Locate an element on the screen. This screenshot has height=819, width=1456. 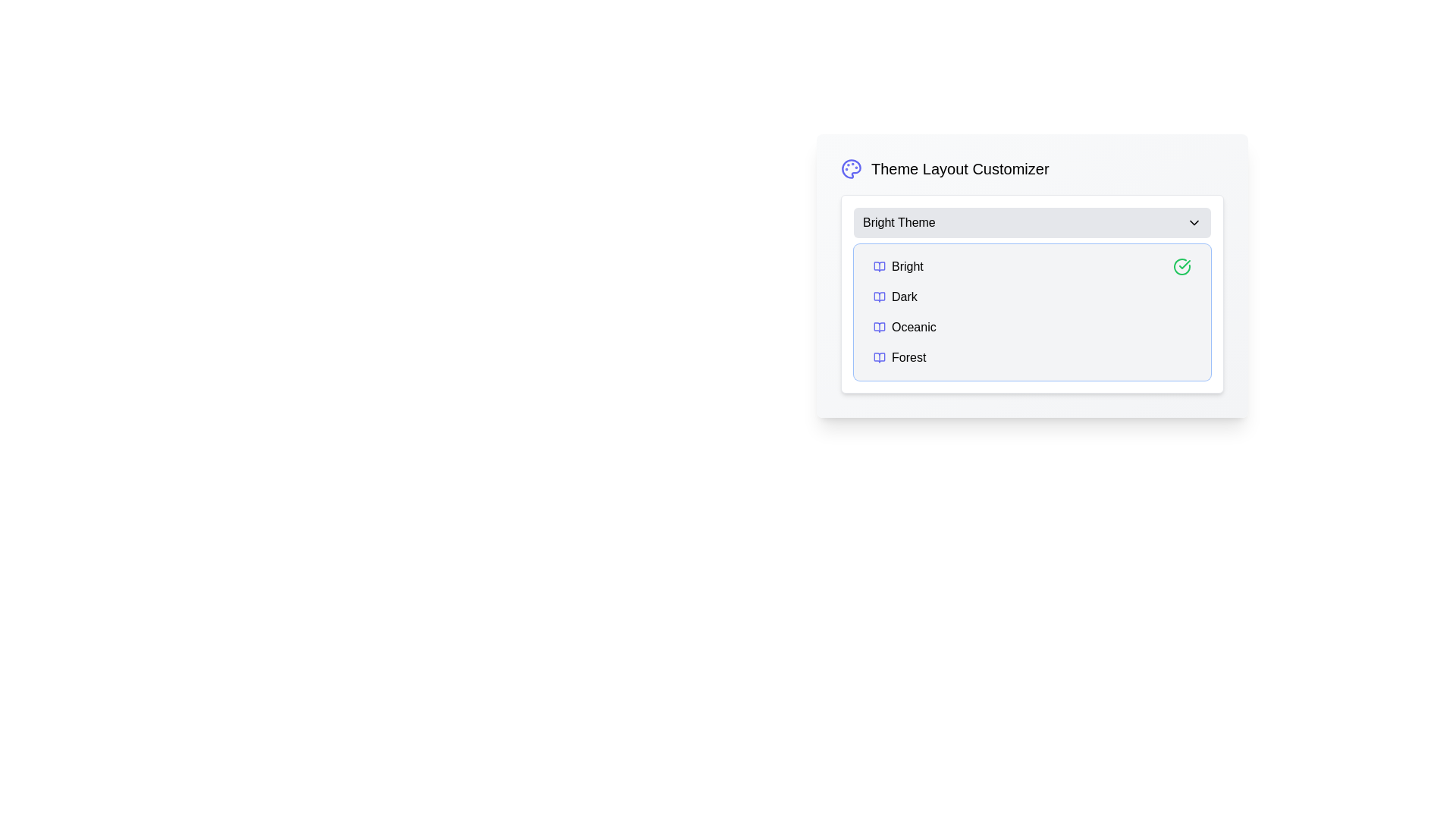
the open book icon styled in blue, located to the left of the 'Dark' label is located at coordinates (880, 297).